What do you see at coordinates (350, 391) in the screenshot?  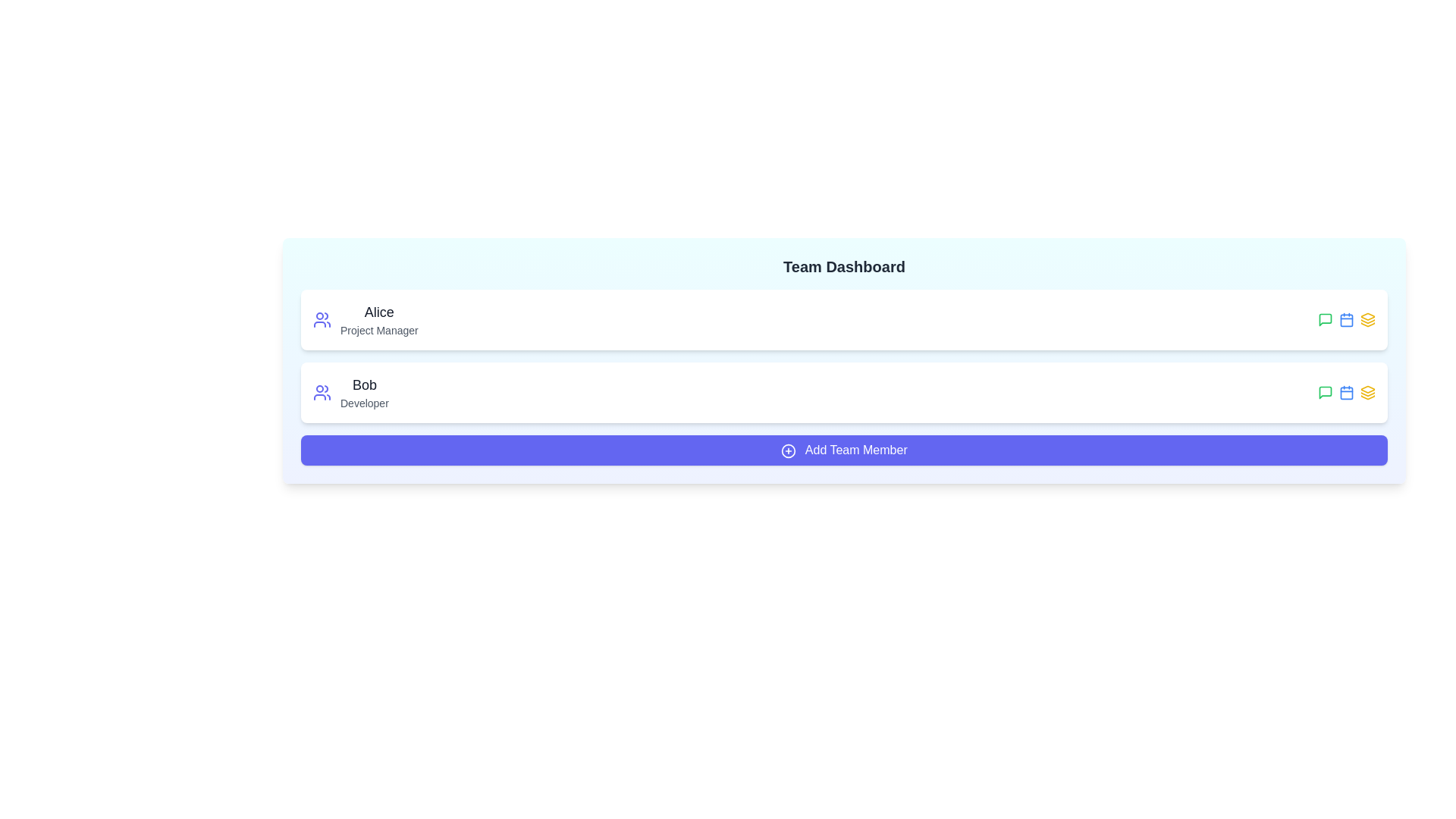 I see `the text within the user profile card for 'Bob', which displays their name and role as 'Developer' and is positioned below 'Alice, Project Manager'` at bounding box center [350, 391].